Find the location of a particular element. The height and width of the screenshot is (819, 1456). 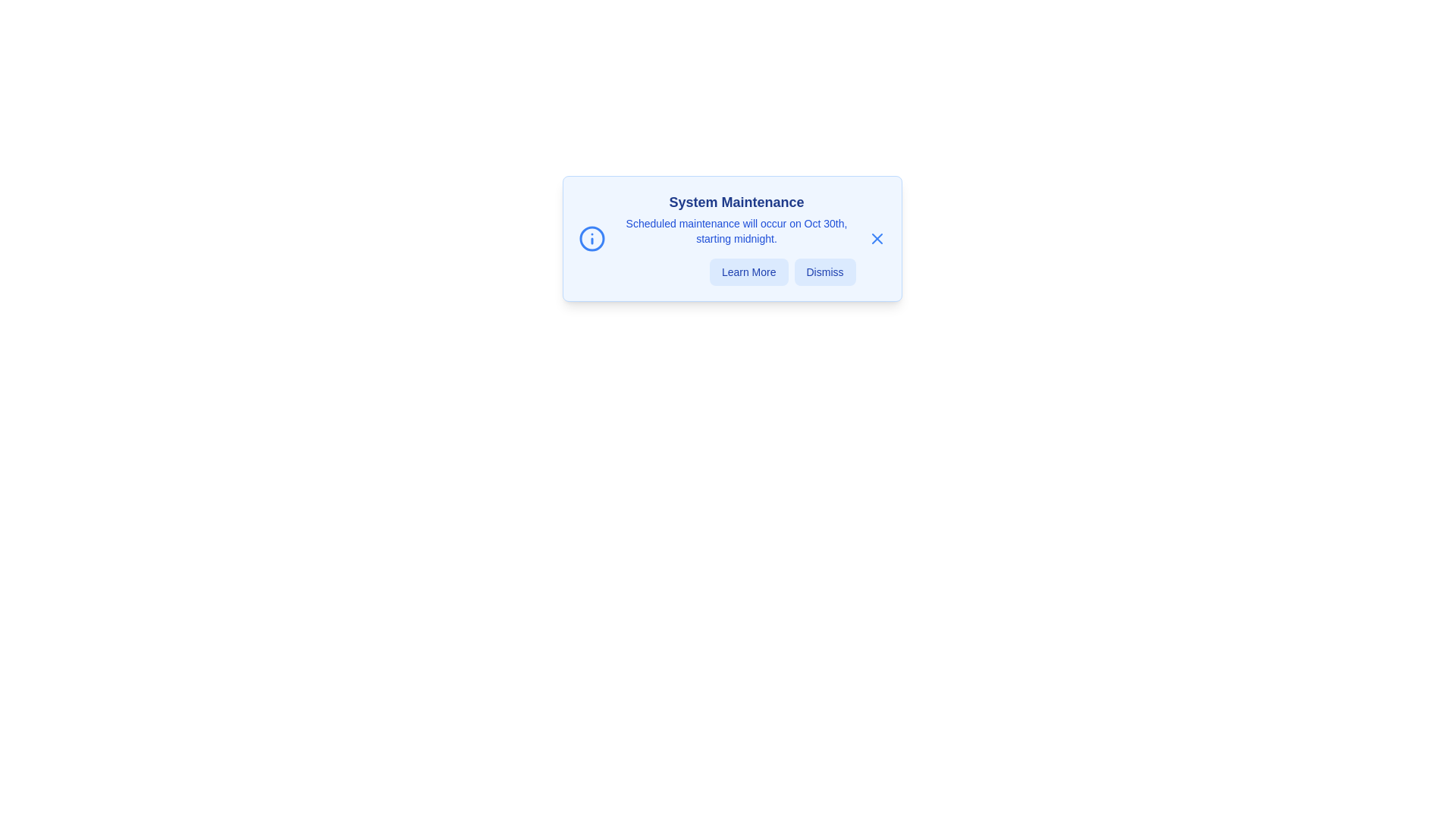

the red cross icon in the top-right corner of the message box is located at coordinates (877, 239).